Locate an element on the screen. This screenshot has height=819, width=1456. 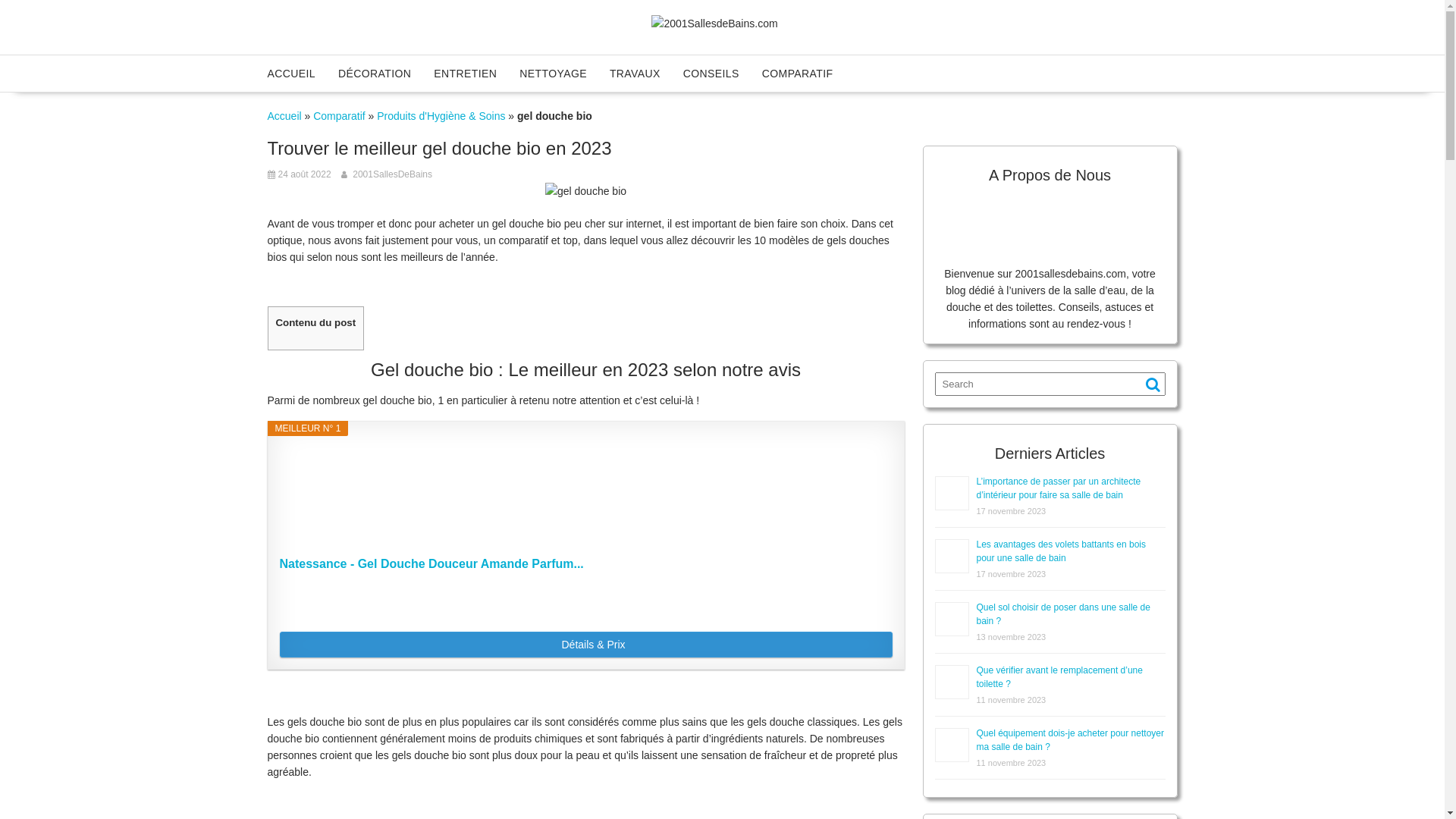
'Comparatif' is located at coordinates (337, 115).